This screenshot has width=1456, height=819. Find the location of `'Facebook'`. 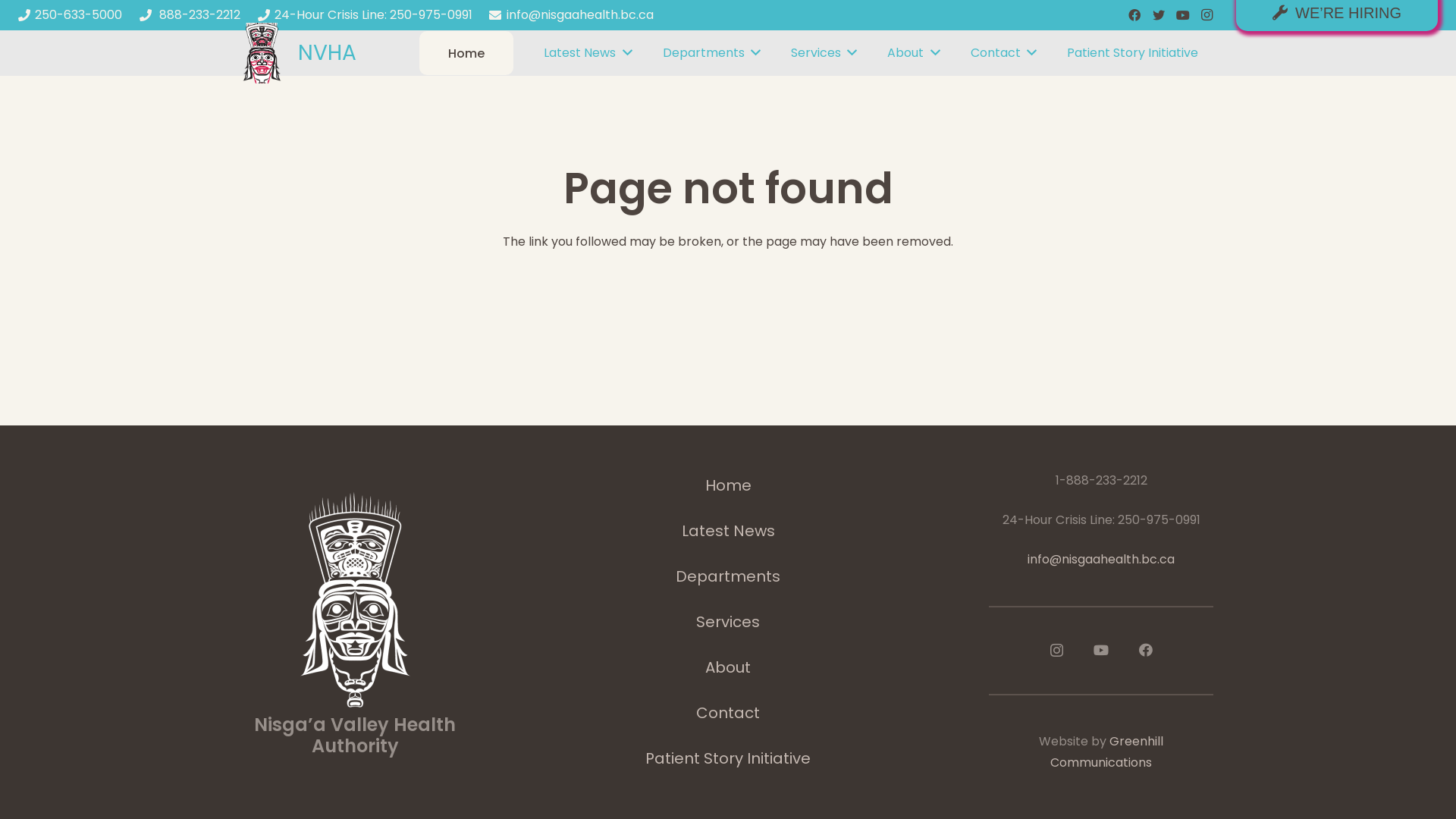

'Facebook' is located at coordinates (1146, 648).